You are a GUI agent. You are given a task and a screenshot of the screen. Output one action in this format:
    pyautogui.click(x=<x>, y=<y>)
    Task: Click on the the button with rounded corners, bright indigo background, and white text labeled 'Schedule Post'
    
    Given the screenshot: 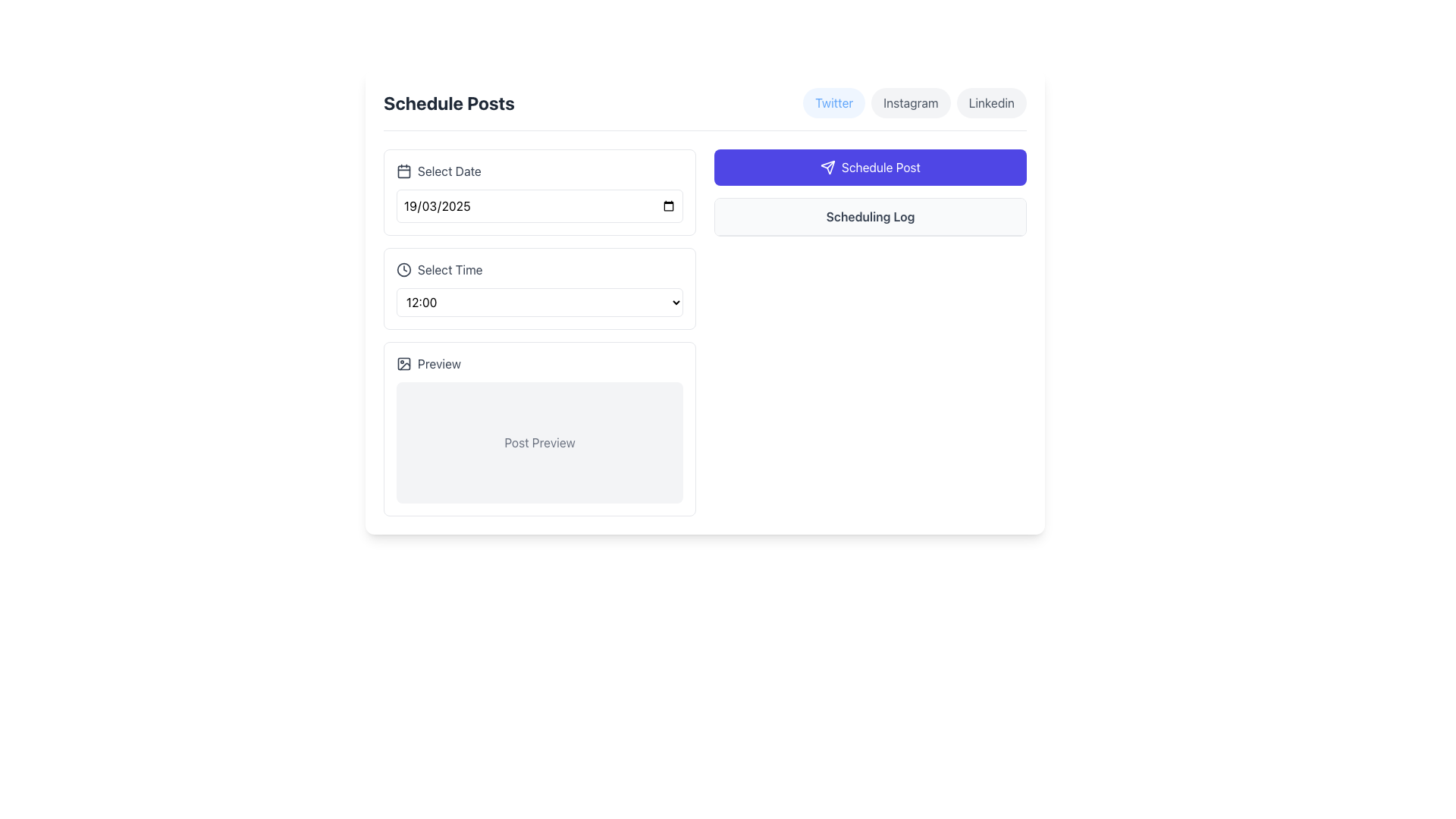 What is the action you would take?
    pyautogui.click(x=870, y=167)
    